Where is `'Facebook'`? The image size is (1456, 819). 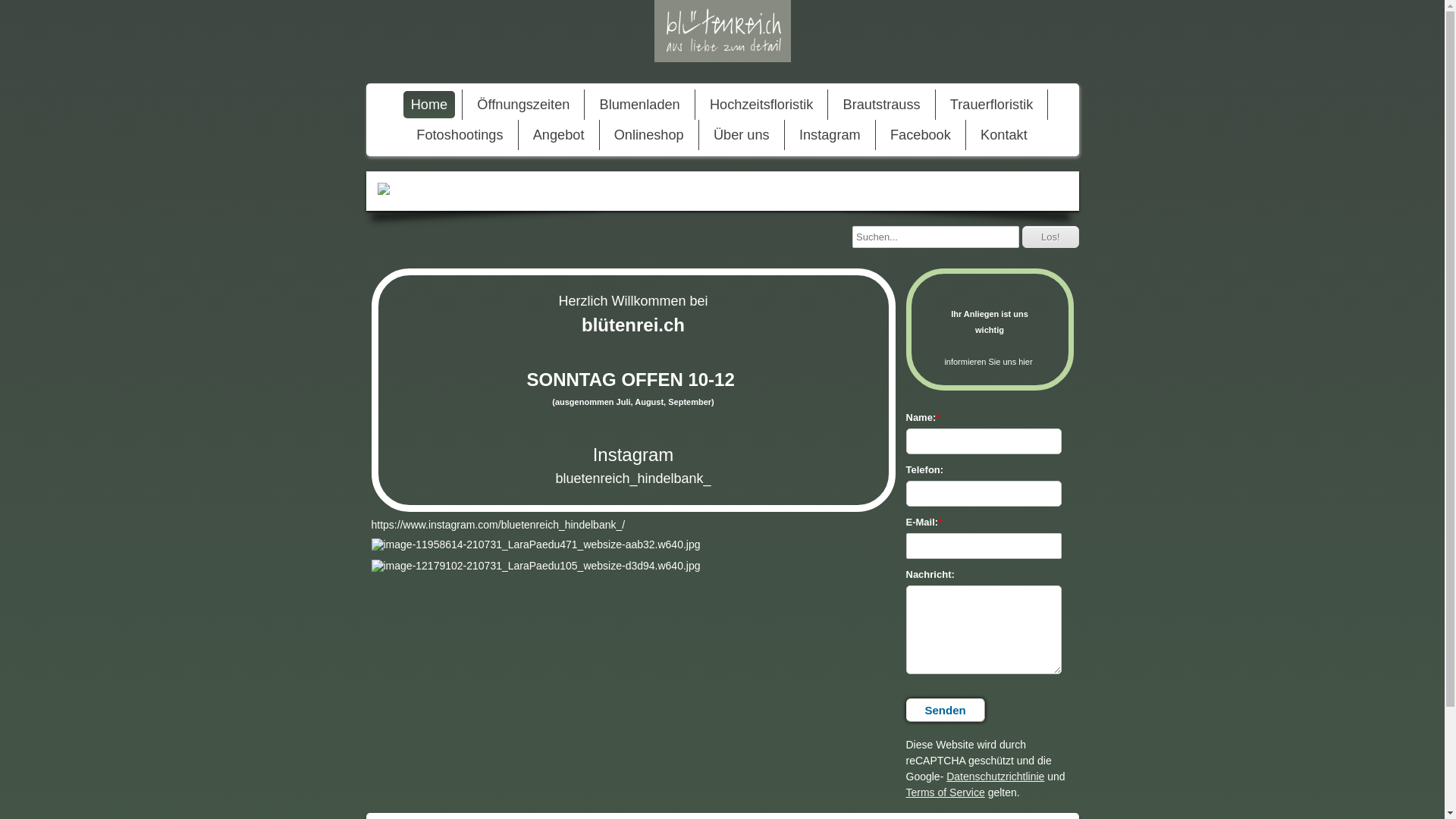
'Facebook' is located at coordinates (920, 133).